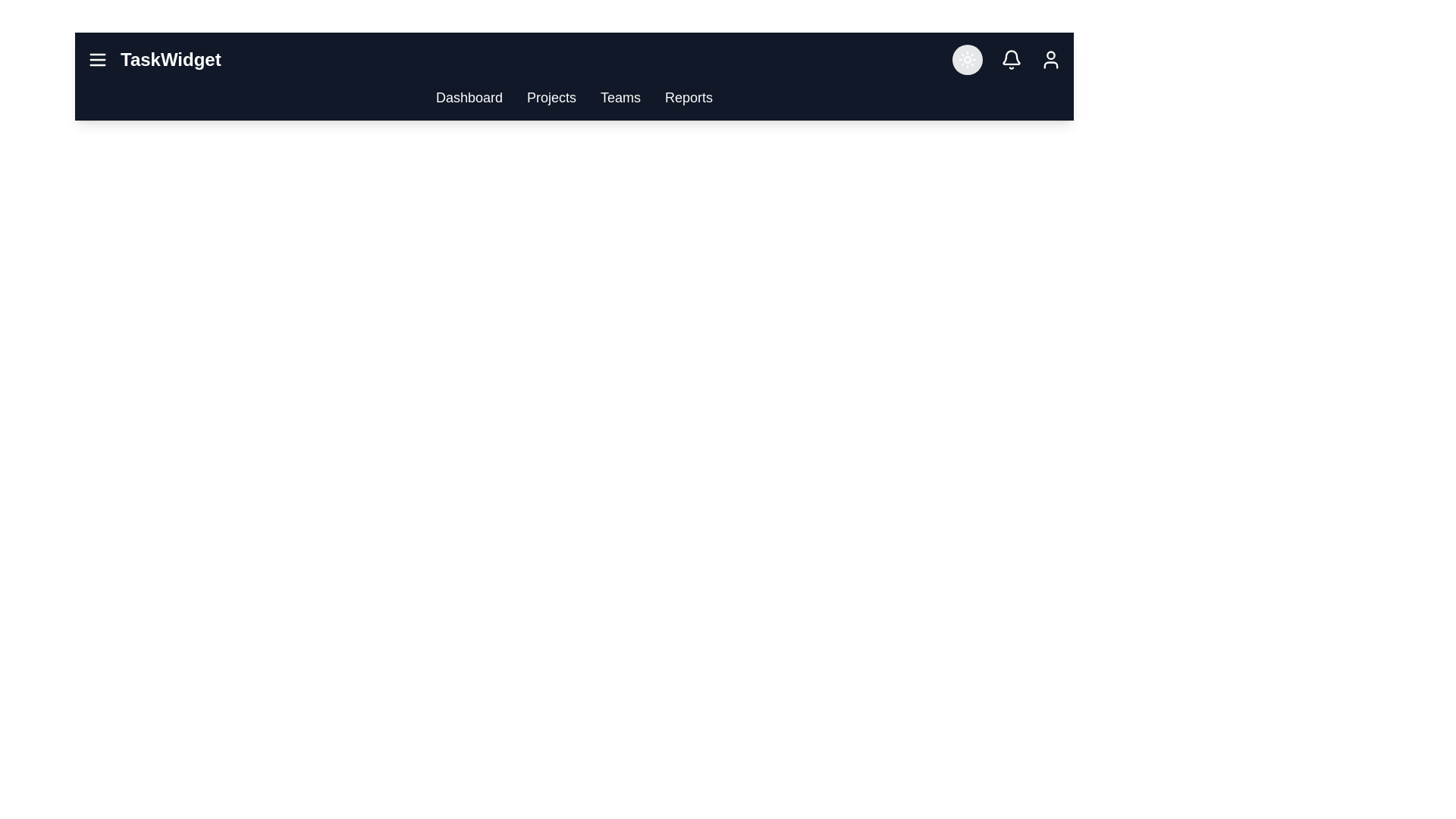  Describe the element at coordinates (1012, 58) in the screenshot. I see `the bell icon to open the notifications panel` at that location.